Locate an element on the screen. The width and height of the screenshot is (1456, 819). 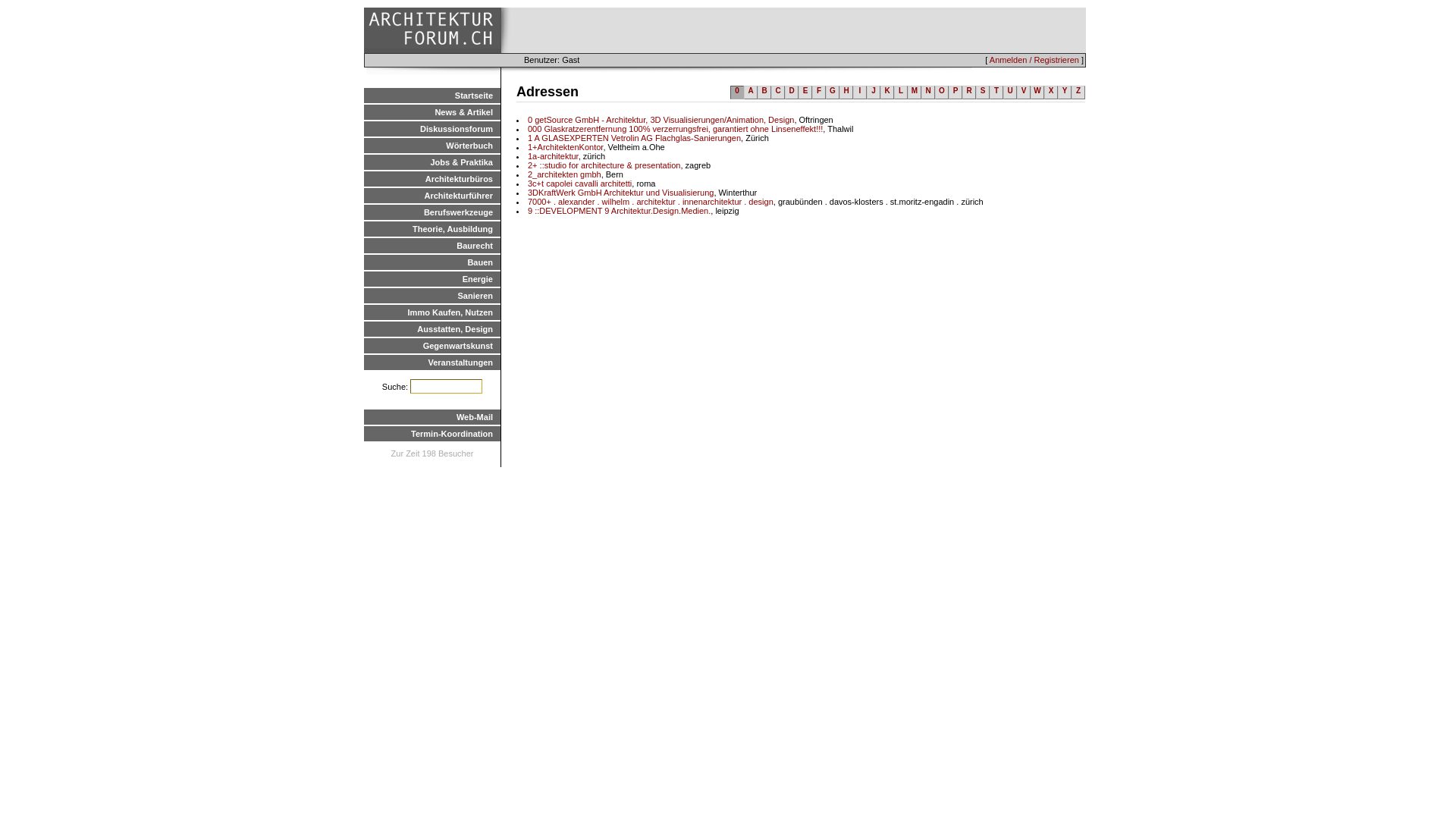
'Berufswerkzeuge' is located at coordinates (364, 212).